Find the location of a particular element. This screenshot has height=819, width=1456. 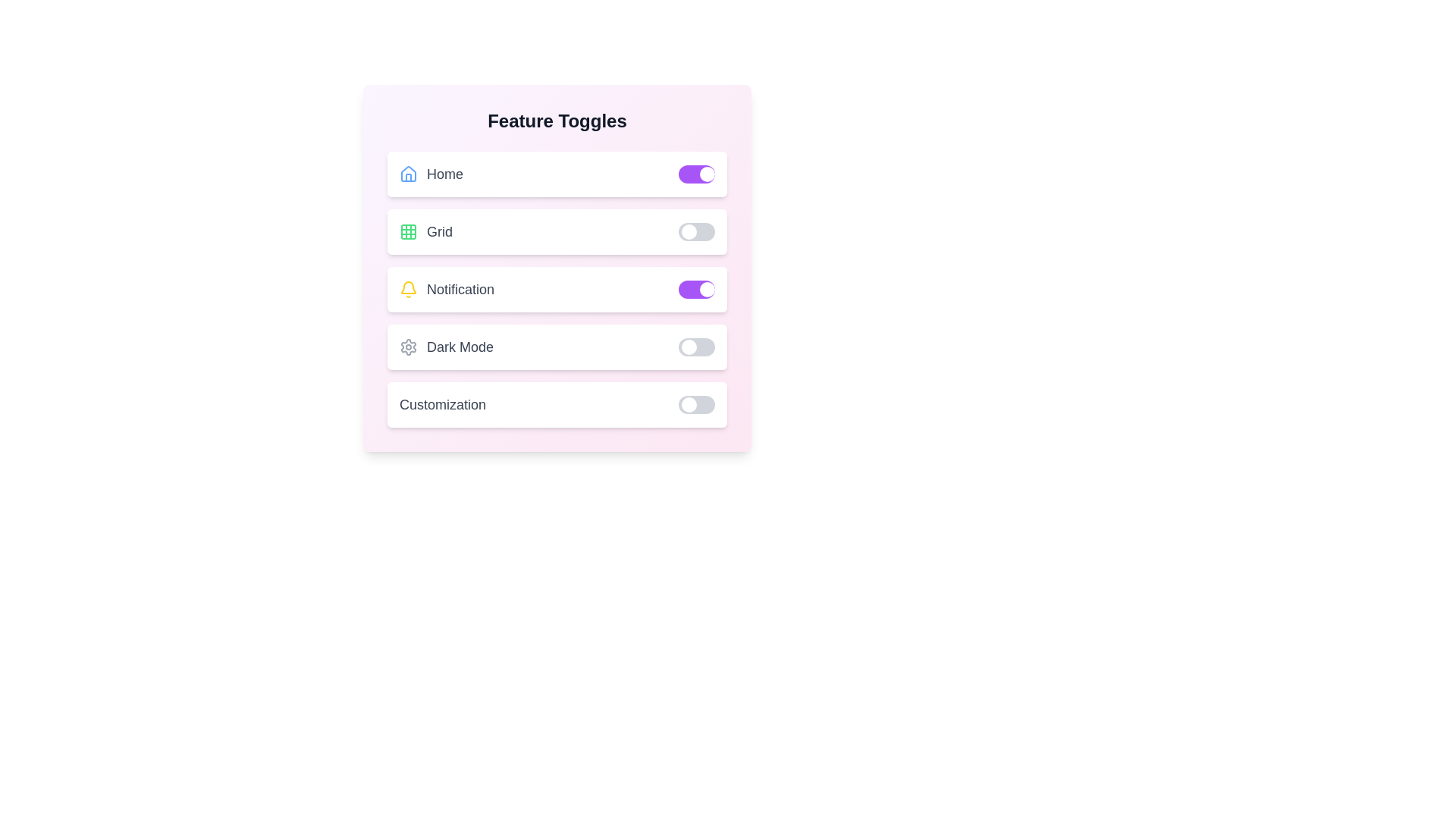

the toggle switch knob located adjacent to the 'Grid' label is located at coordinates (688, 231).